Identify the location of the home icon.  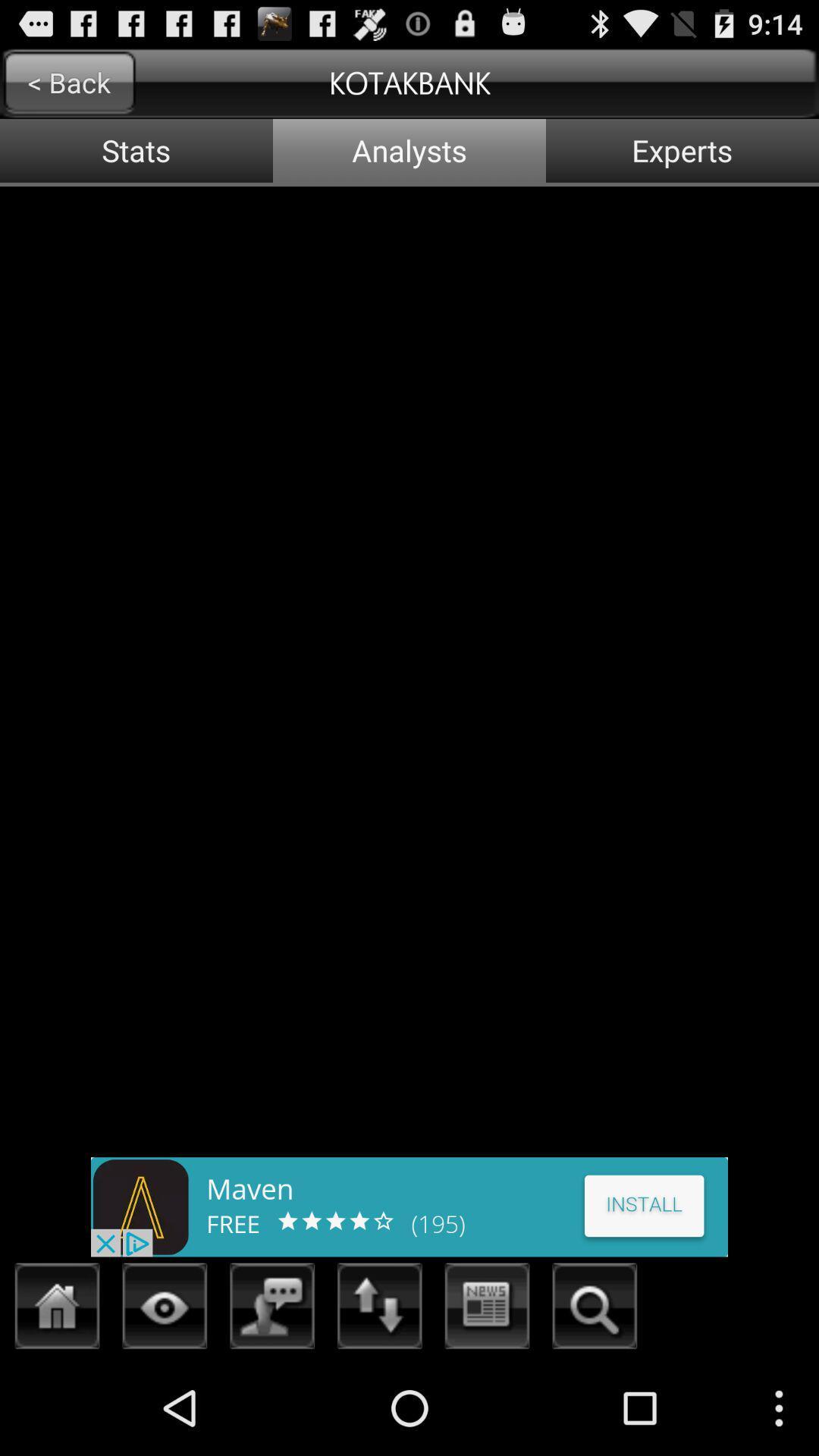
(57, 1401).